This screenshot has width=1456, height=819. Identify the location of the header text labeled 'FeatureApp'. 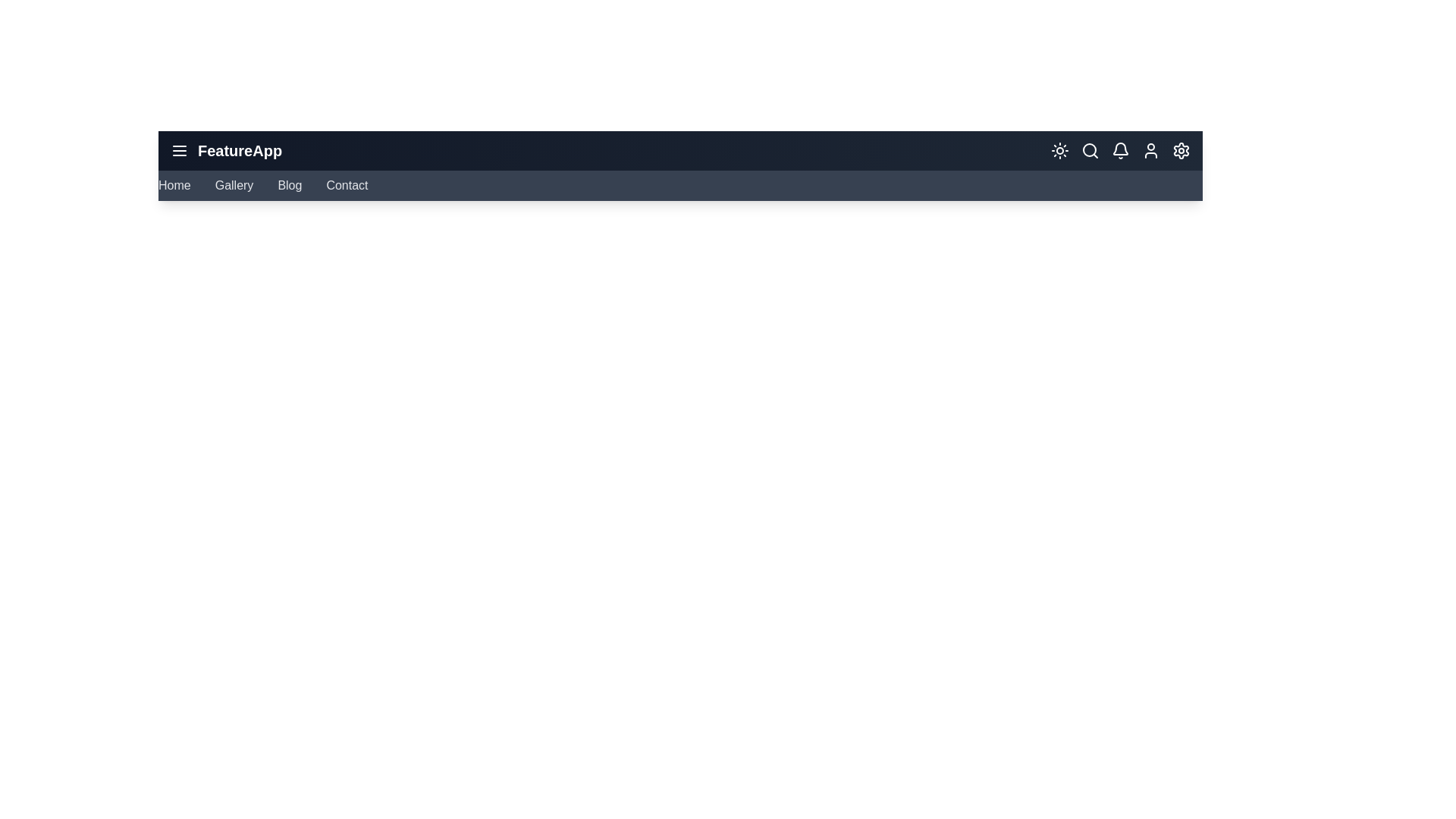
(239, 151).